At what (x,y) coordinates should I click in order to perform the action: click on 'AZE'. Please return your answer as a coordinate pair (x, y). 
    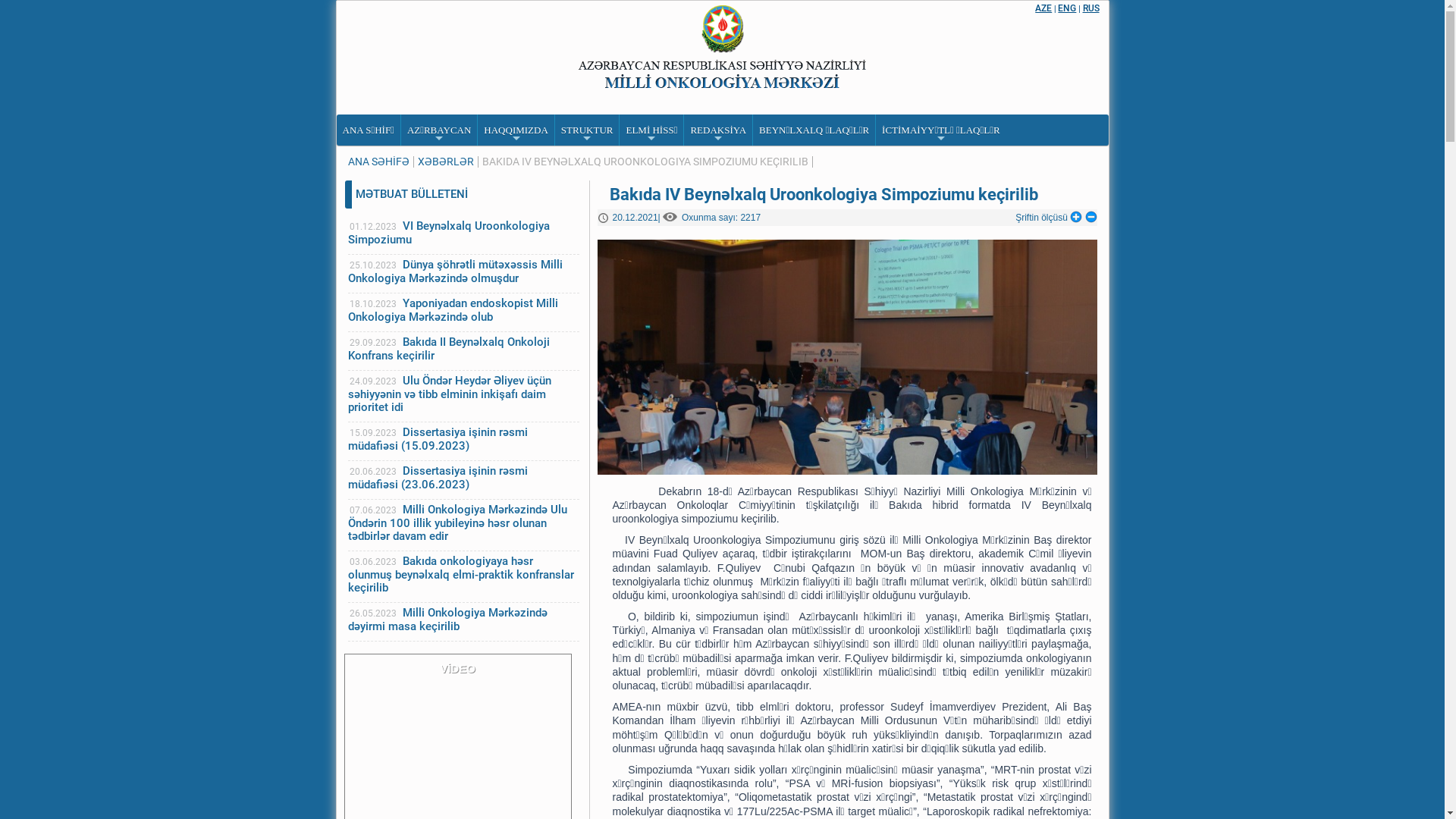
    Looking at the image, I should click on (1043, 8).